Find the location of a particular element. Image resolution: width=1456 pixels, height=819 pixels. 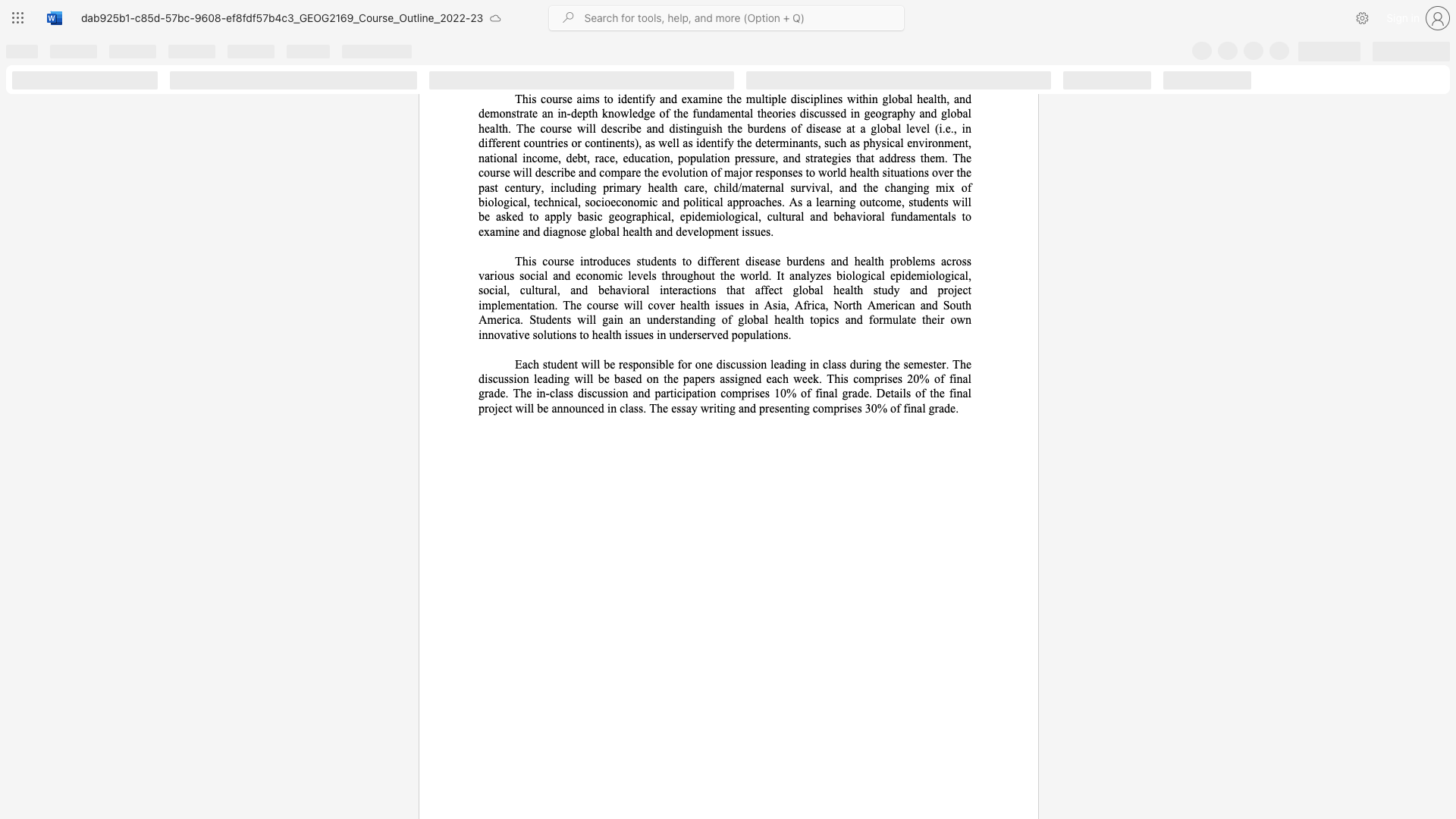

the subset text "ents" within the text "continents" is located at coordinates (615, 143).